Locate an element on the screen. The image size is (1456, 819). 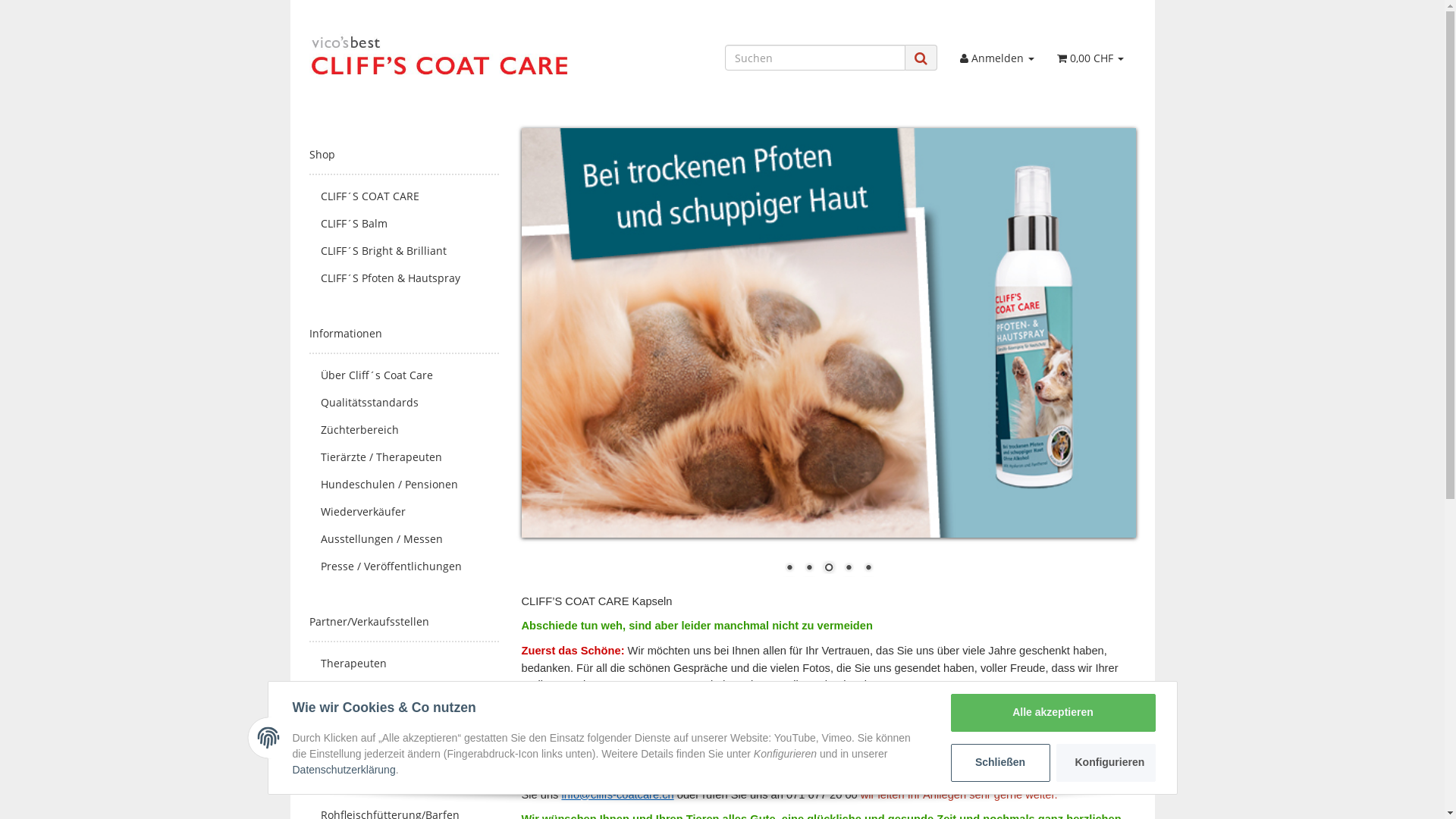
'Therapeuten' is located at coordinates (403, 663).